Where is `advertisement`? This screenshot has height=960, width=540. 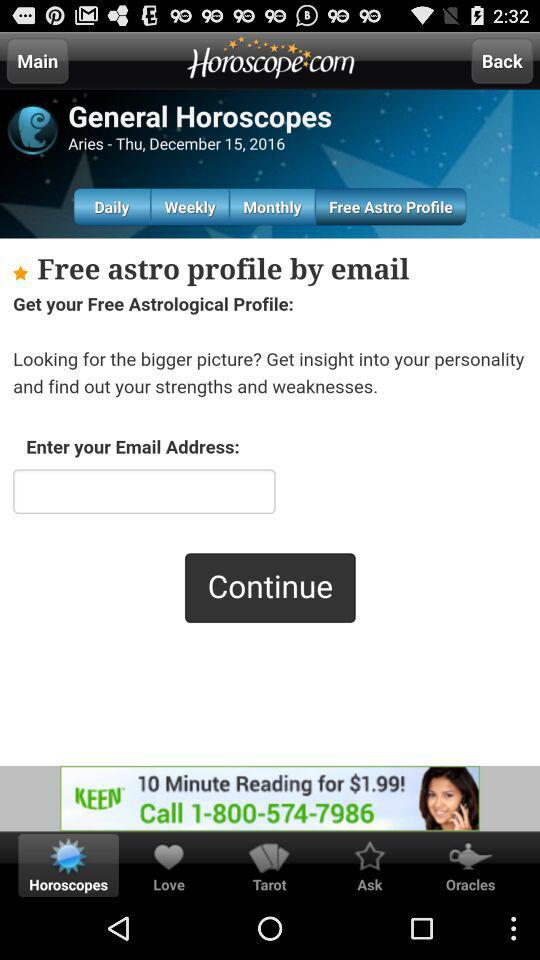
advertisement is located at coordinates (270, 798).